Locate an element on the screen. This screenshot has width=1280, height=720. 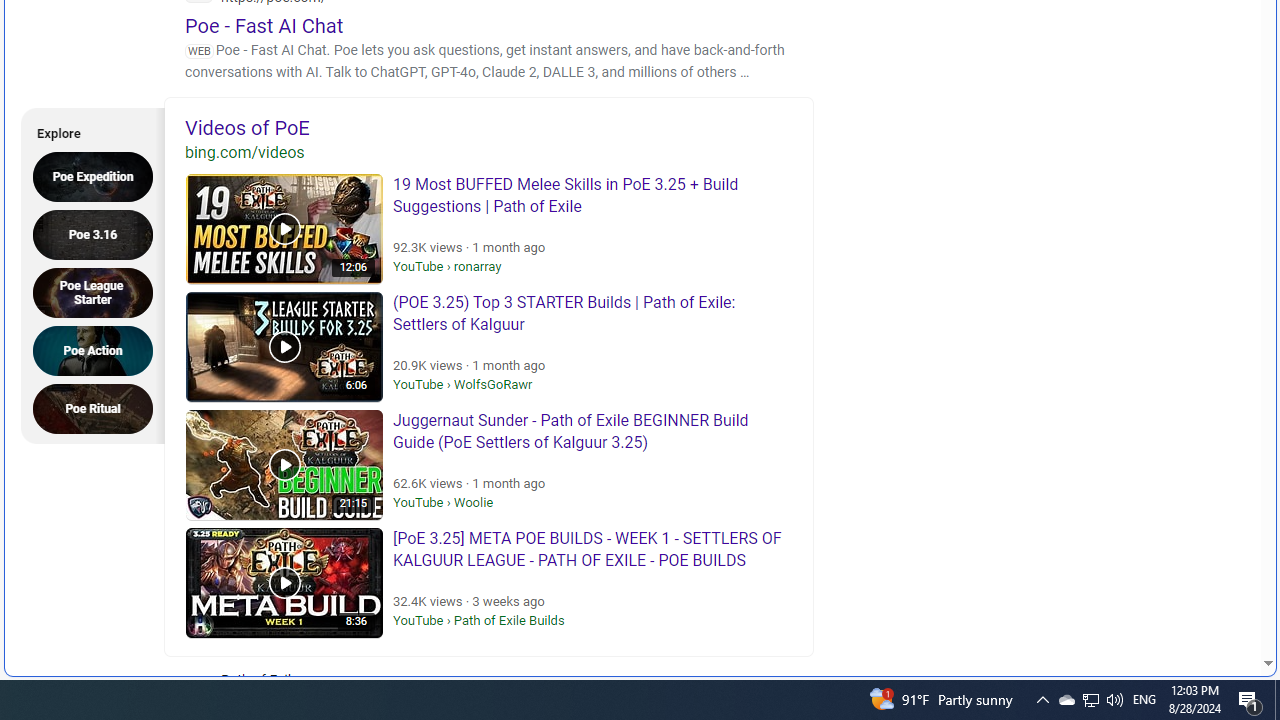
'Poe Action' is located at coordinates (98, 349).